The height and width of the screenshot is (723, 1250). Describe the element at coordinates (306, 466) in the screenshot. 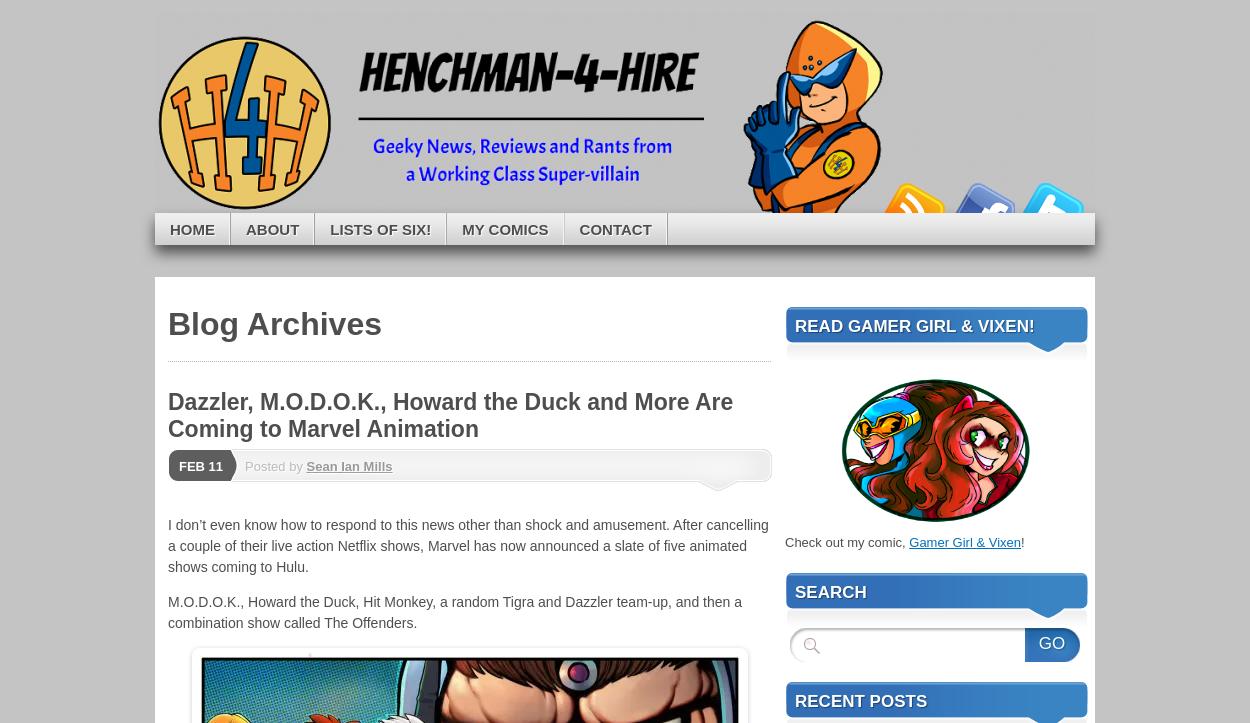

I see `'Sean Ian Mills'` at that location.